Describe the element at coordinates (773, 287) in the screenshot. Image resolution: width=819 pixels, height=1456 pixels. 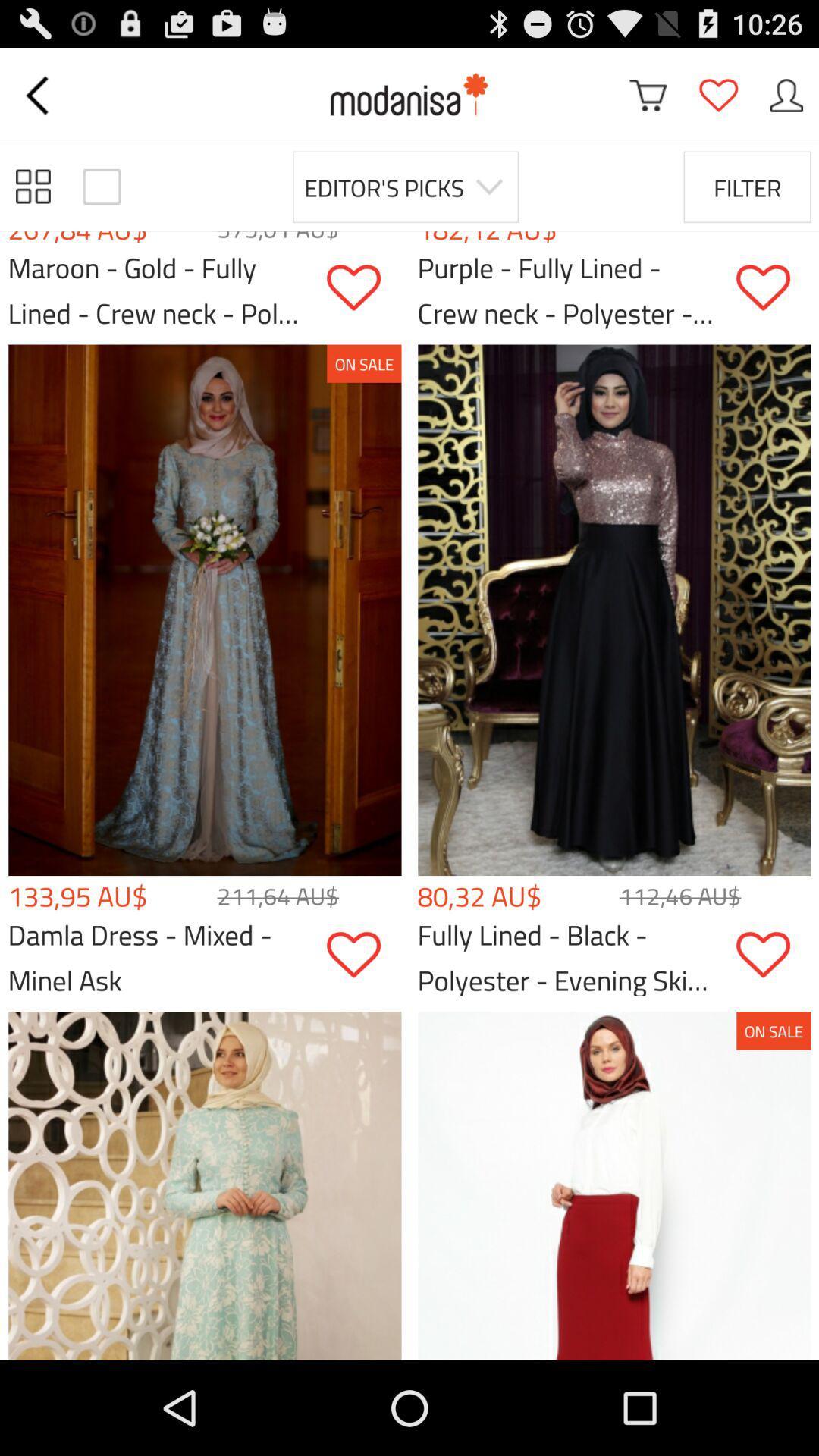
I see `the product in the favorite list` at that location.